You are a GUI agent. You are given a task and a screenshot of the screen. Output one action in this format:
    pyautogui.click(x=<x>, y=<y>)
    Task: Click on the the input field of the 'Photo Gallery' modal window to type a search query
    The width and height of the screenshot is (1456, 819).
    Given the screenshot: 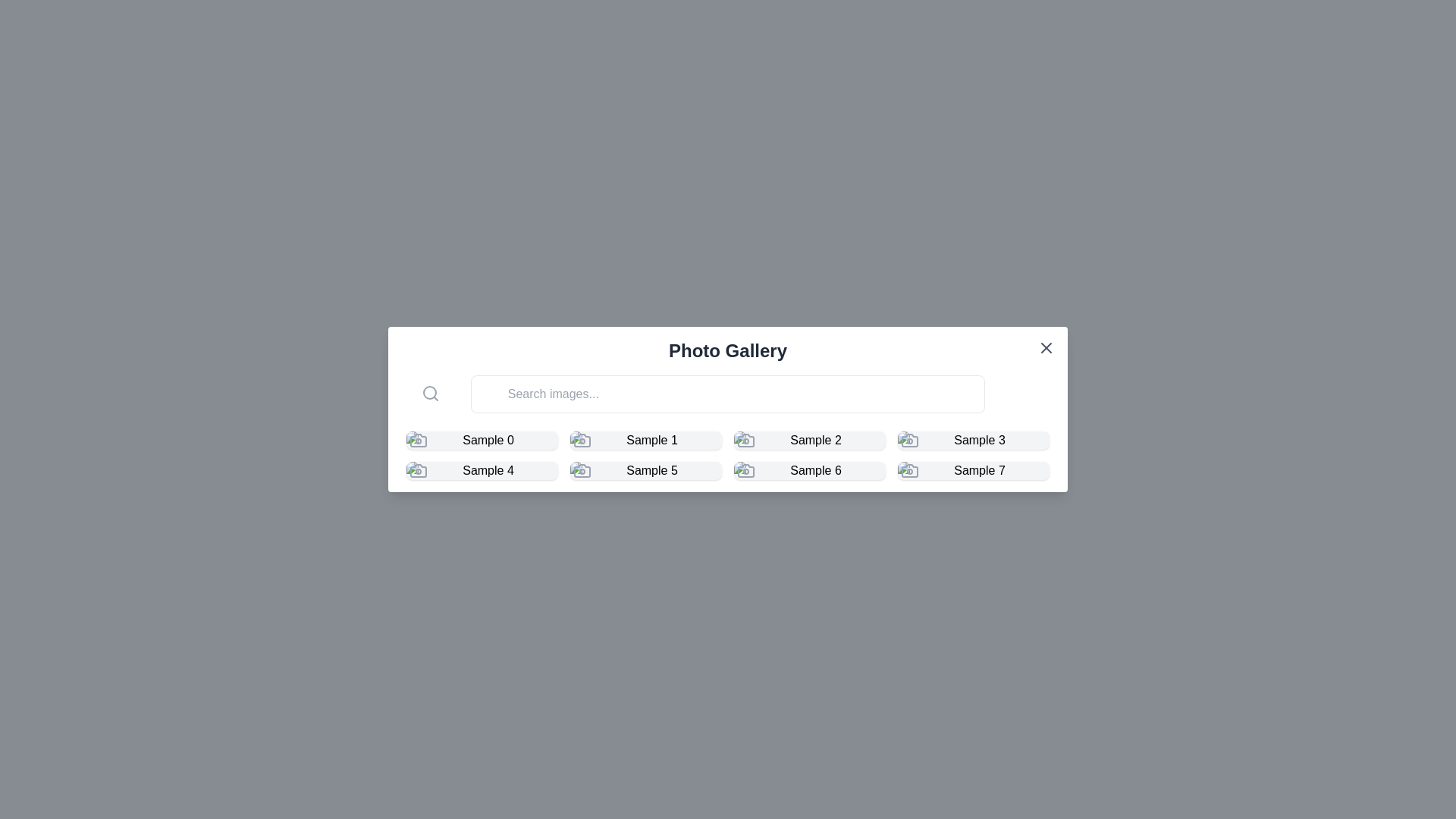 What is the action you would take?
    pyautogui.click(x=728, y=409)
    